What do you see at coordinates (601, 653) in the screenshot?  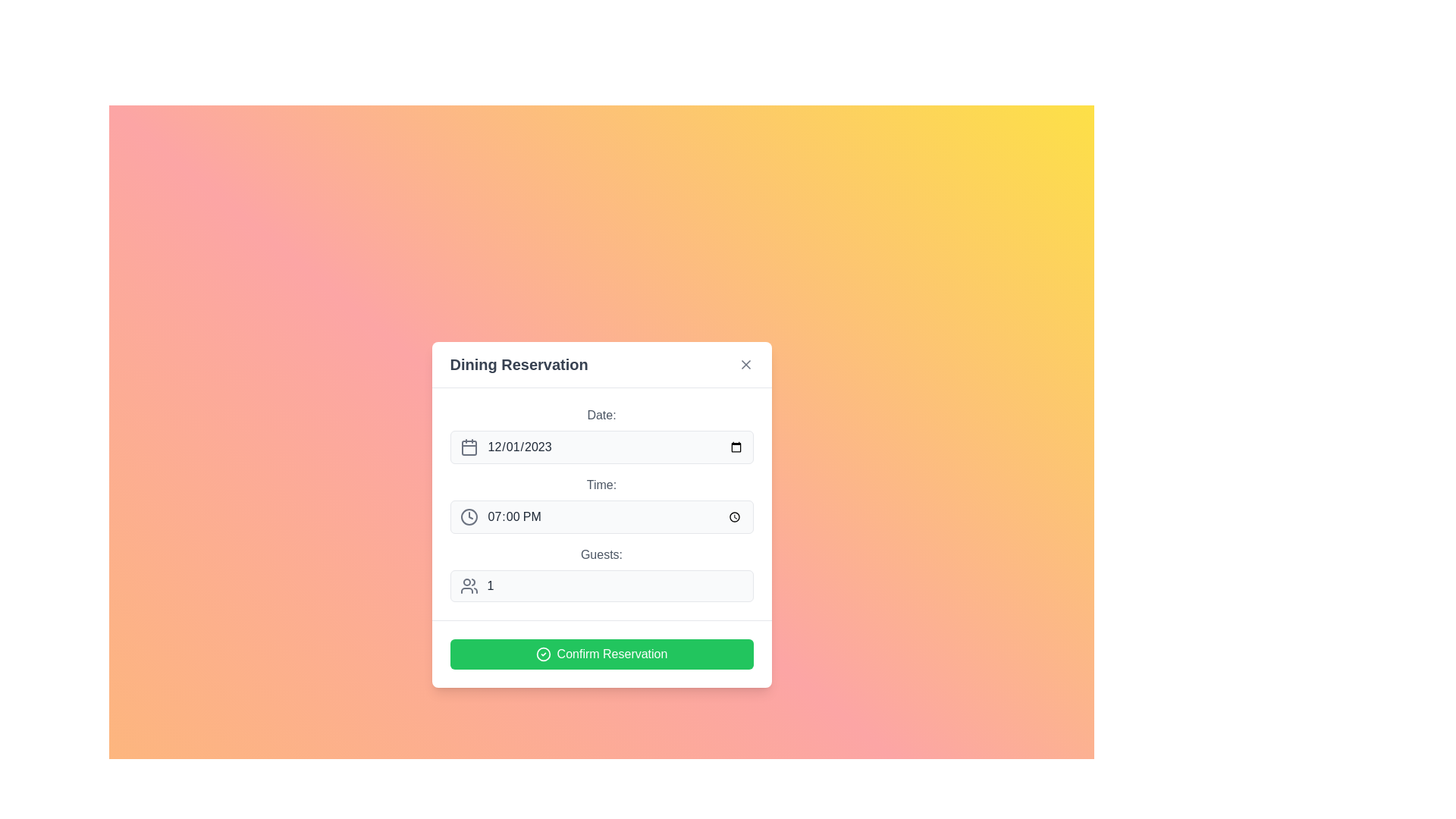 I see `the green button labeled 'Confirm Reservation' with a check-circle icon to confirm the reservation` at bounding box center [601, 653].